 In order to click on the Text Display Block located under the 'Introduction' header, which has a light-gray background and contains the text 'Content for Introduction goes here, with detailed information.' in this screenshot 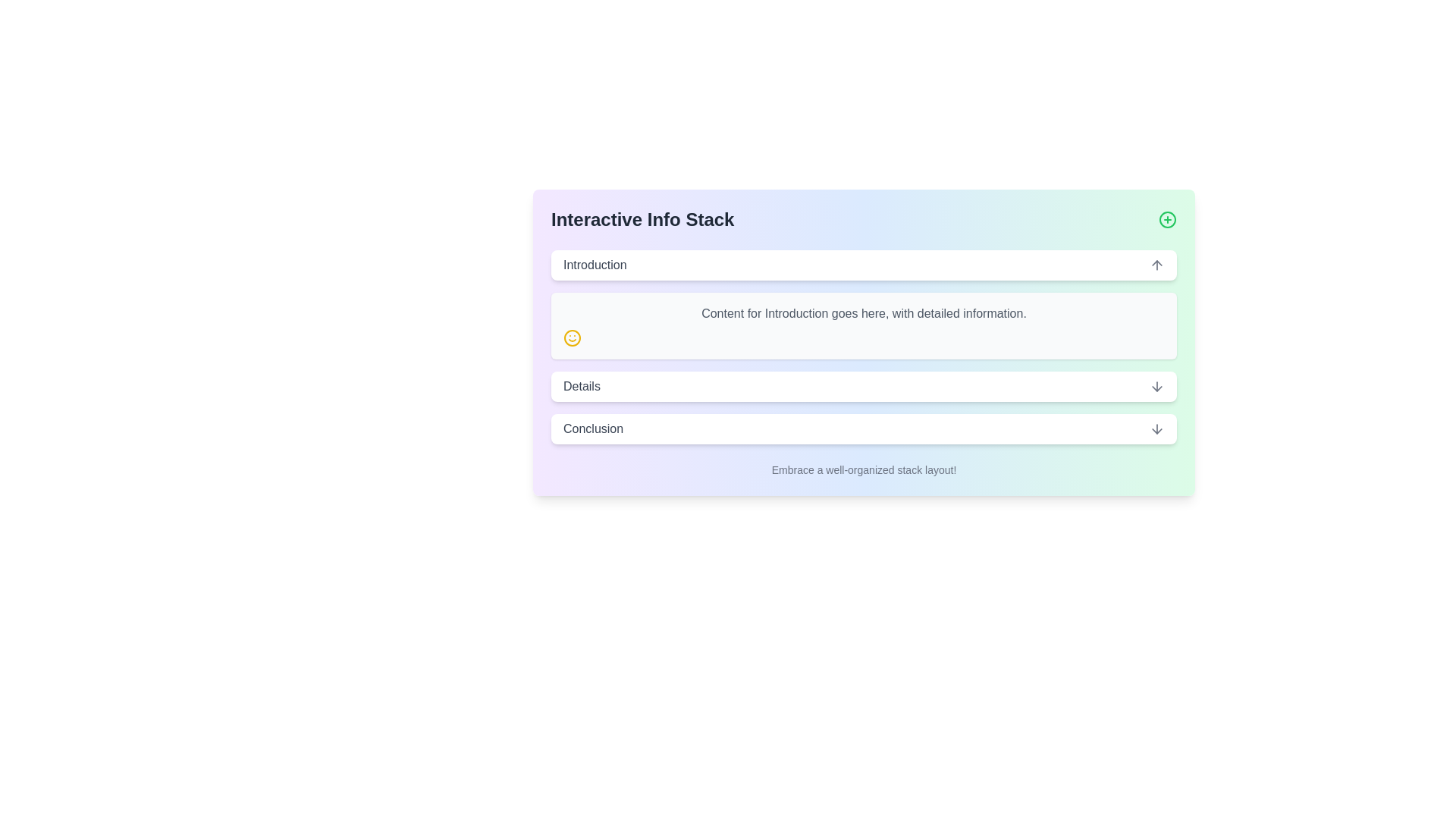, I will do `click(864, 325)`.